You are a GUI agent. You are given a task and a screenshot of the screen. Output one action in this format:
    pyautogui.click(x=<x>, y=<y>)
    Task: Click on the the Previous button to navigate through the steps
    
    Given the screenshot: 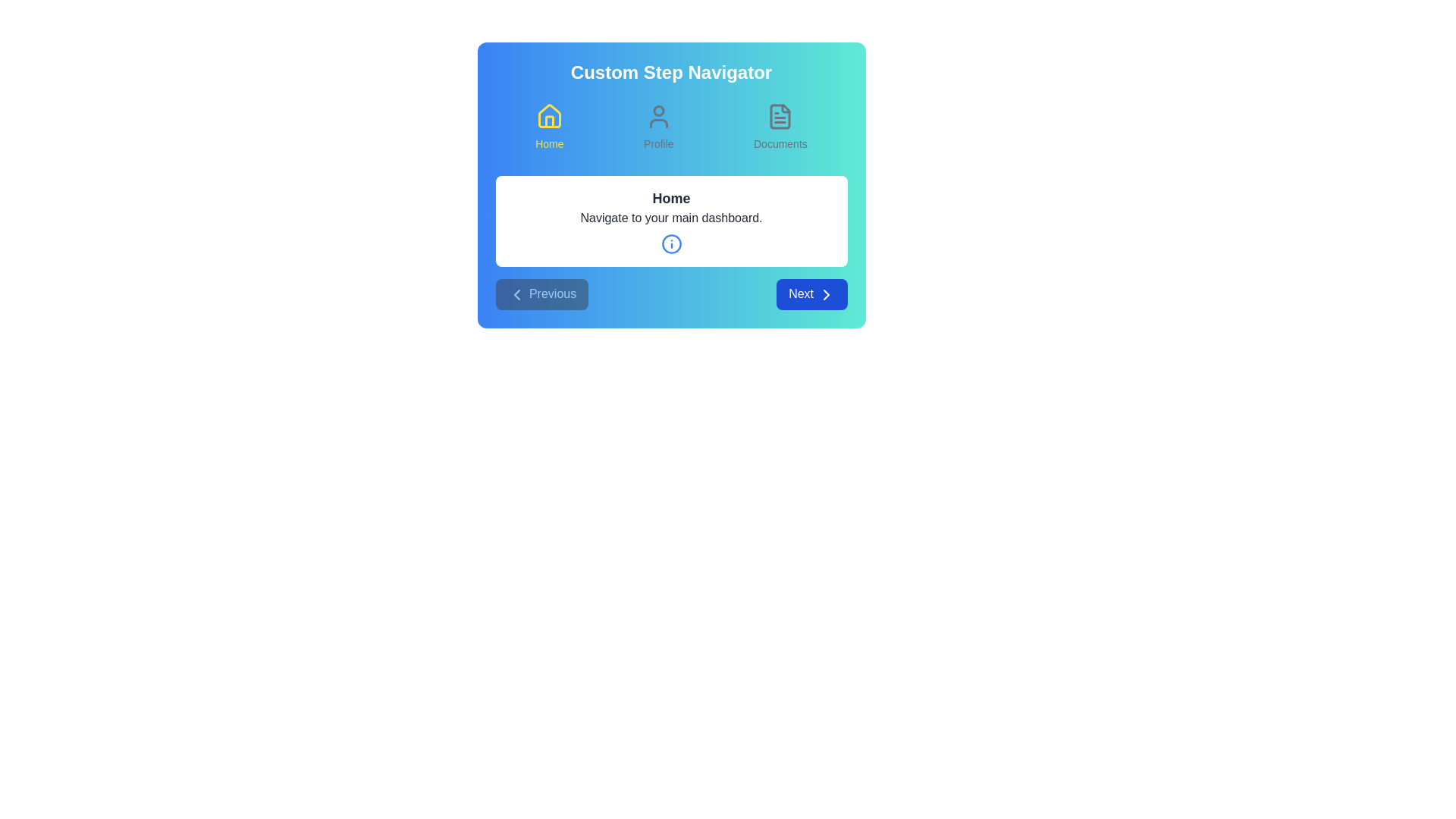 What is the action you would take?
    pyautogui.click(x=541, y=294)
    